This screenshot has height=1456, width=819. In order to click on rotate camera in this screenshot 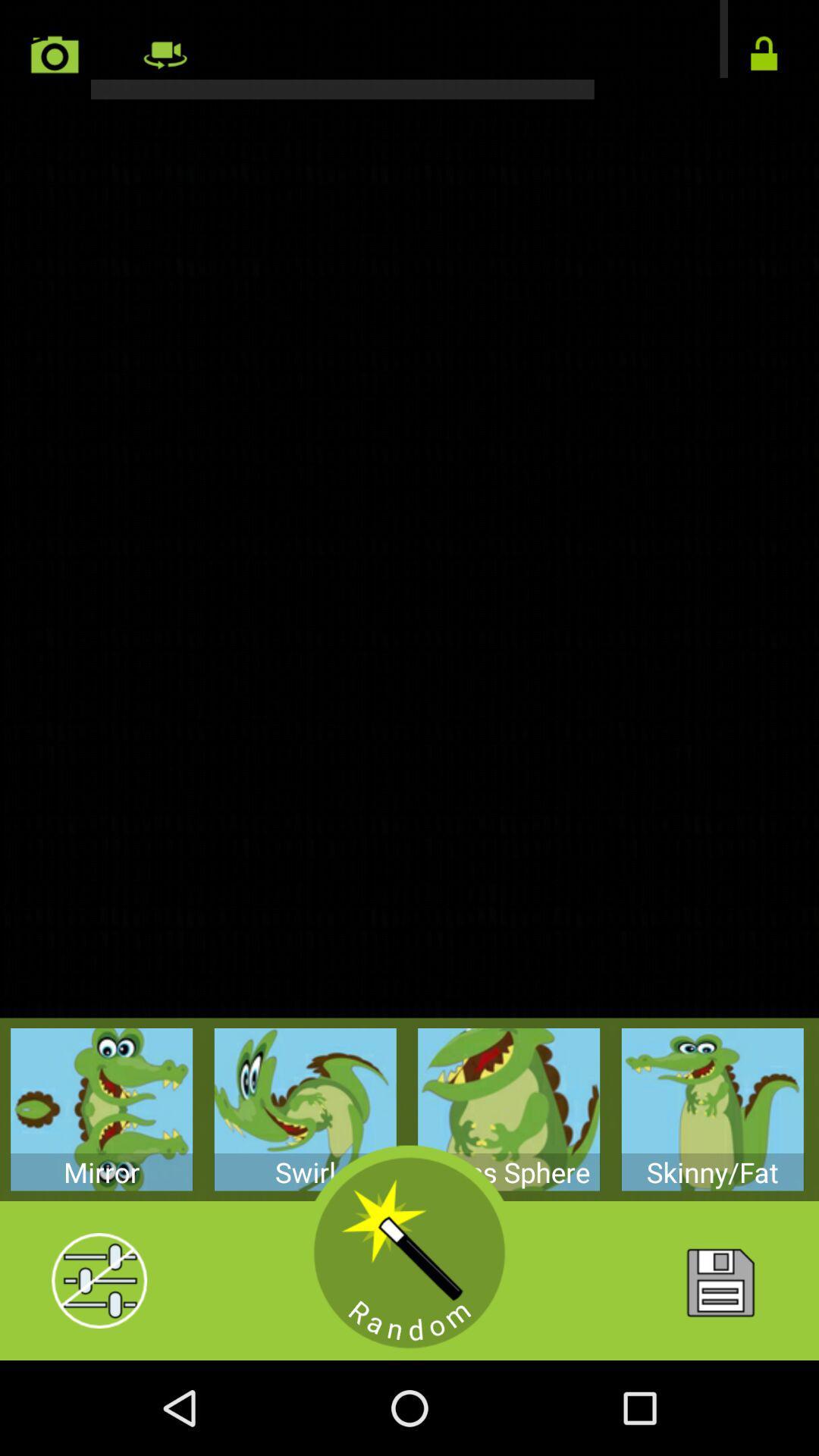, I will do `click(409, 49)`.